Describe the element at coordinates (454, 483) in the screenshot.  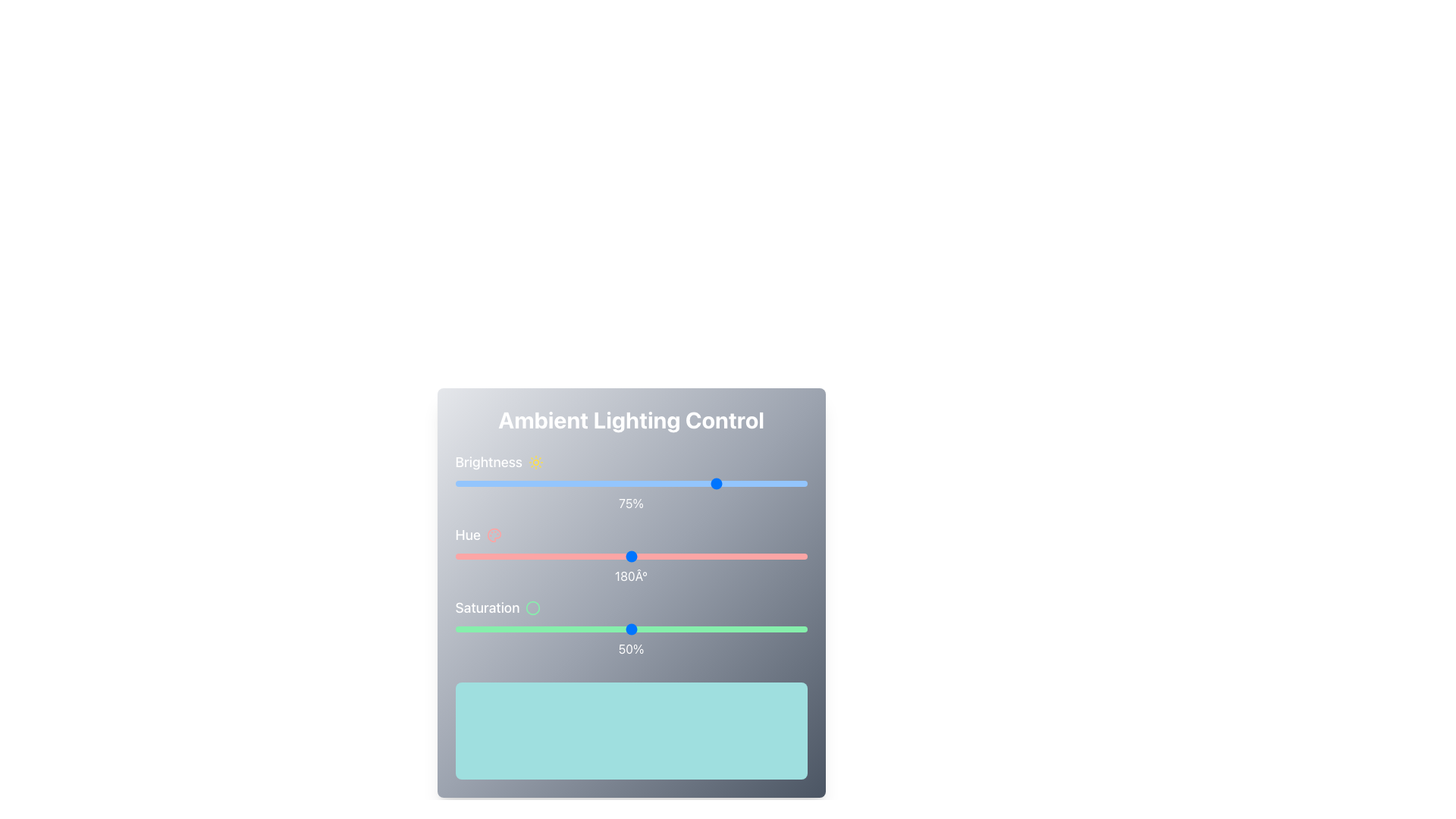
I see `brightness` at that location.